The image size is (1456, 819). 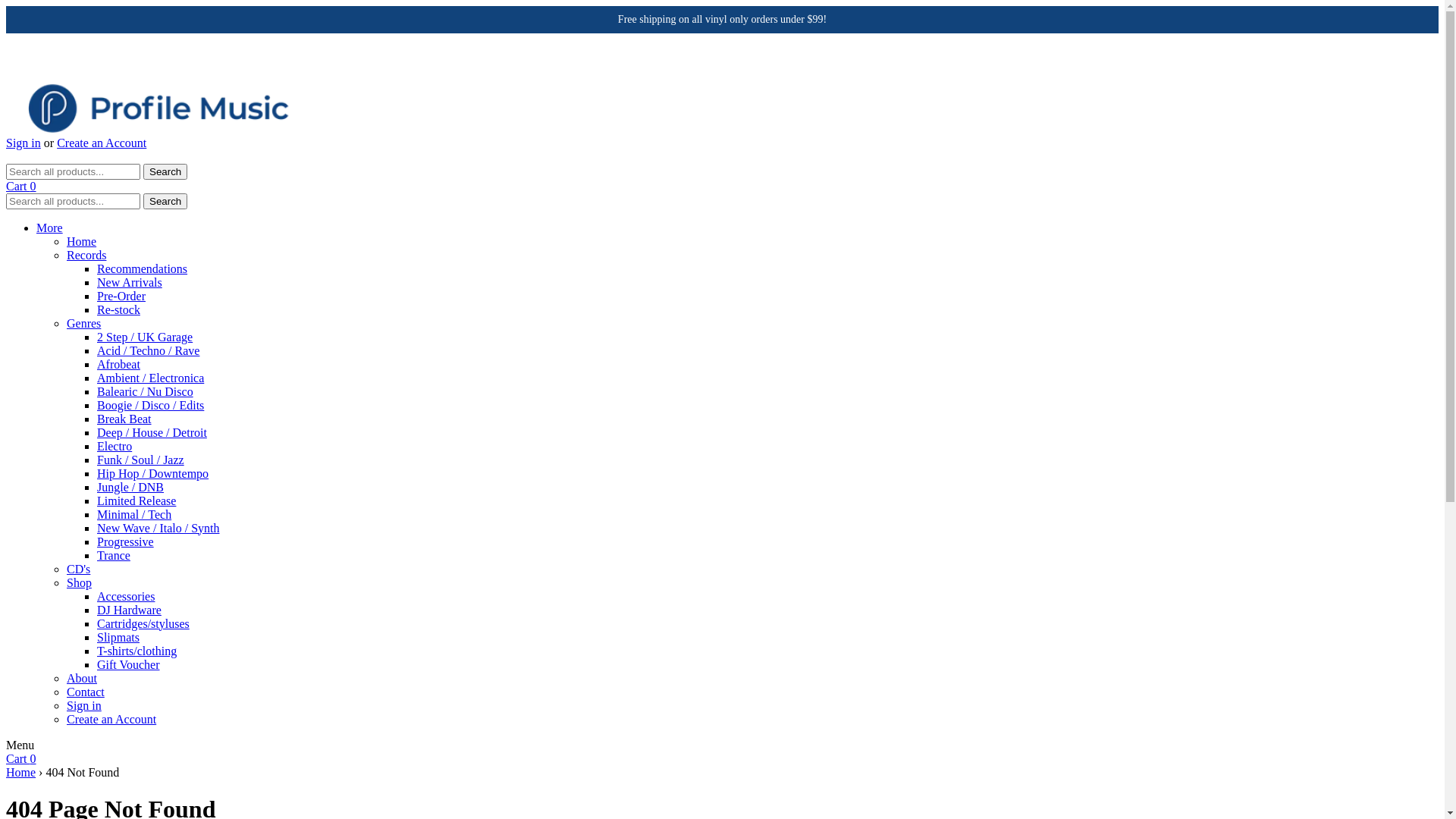 I want to click on 'Home', so click(x=80, y=240).